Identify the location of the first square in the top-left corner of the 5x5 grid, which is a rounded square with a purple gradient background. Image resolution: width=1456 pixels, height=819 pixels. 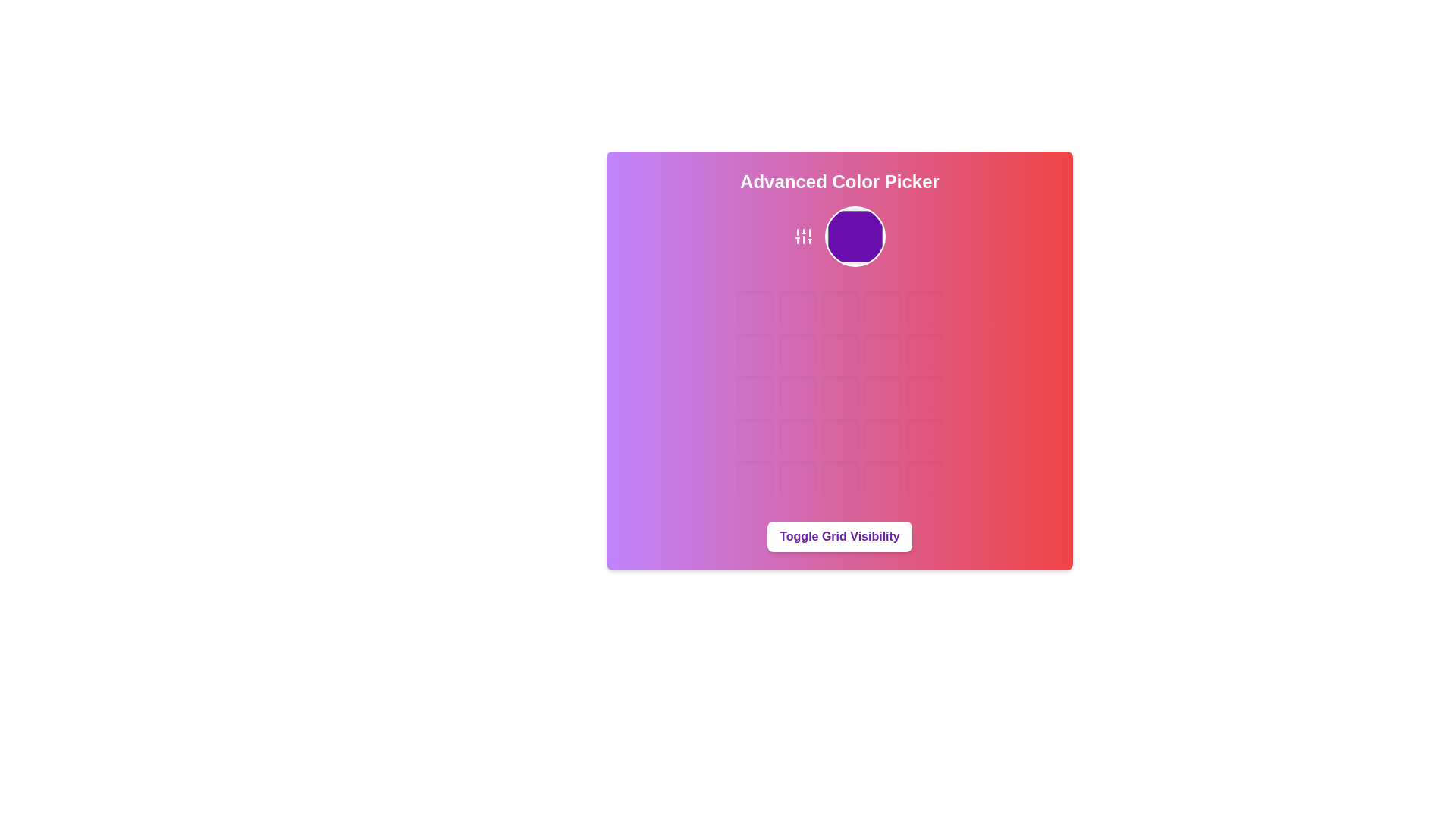
(755, 309).